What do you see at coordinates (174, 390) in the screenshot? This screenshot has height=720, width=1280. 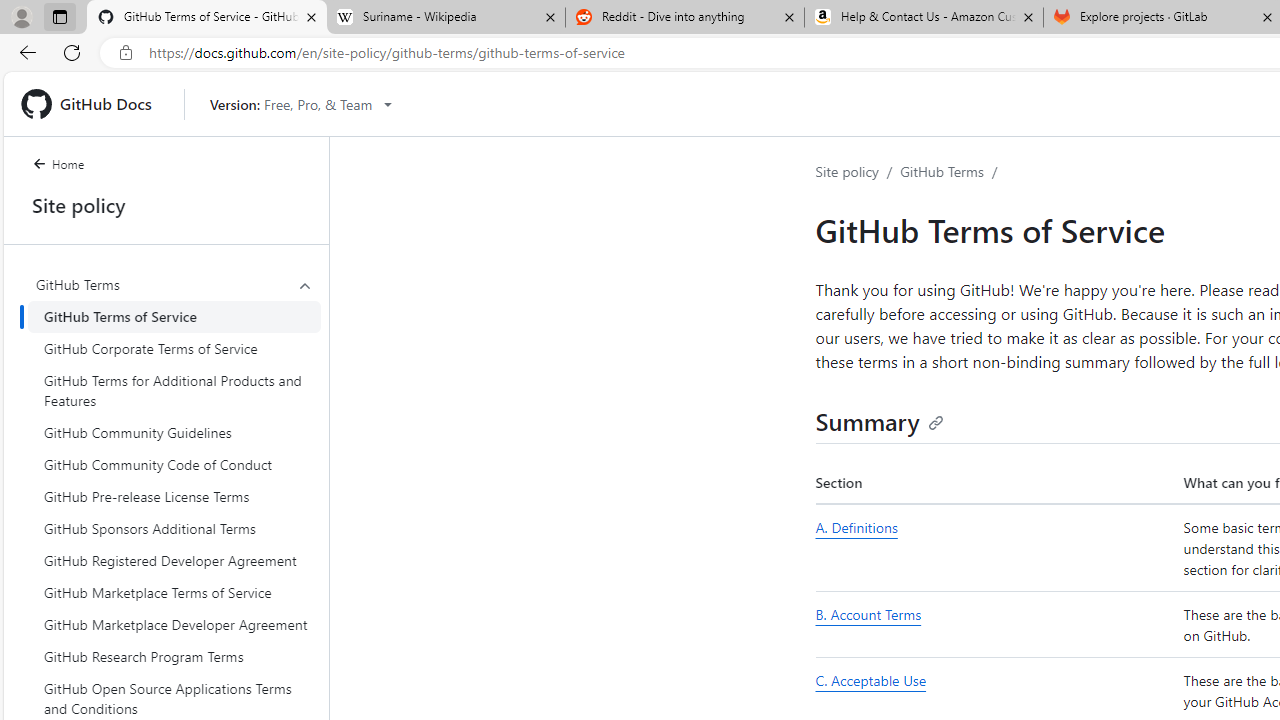 I see `'GitHub Terms for Additional Products and Features'` at bounding box center [174, 390].